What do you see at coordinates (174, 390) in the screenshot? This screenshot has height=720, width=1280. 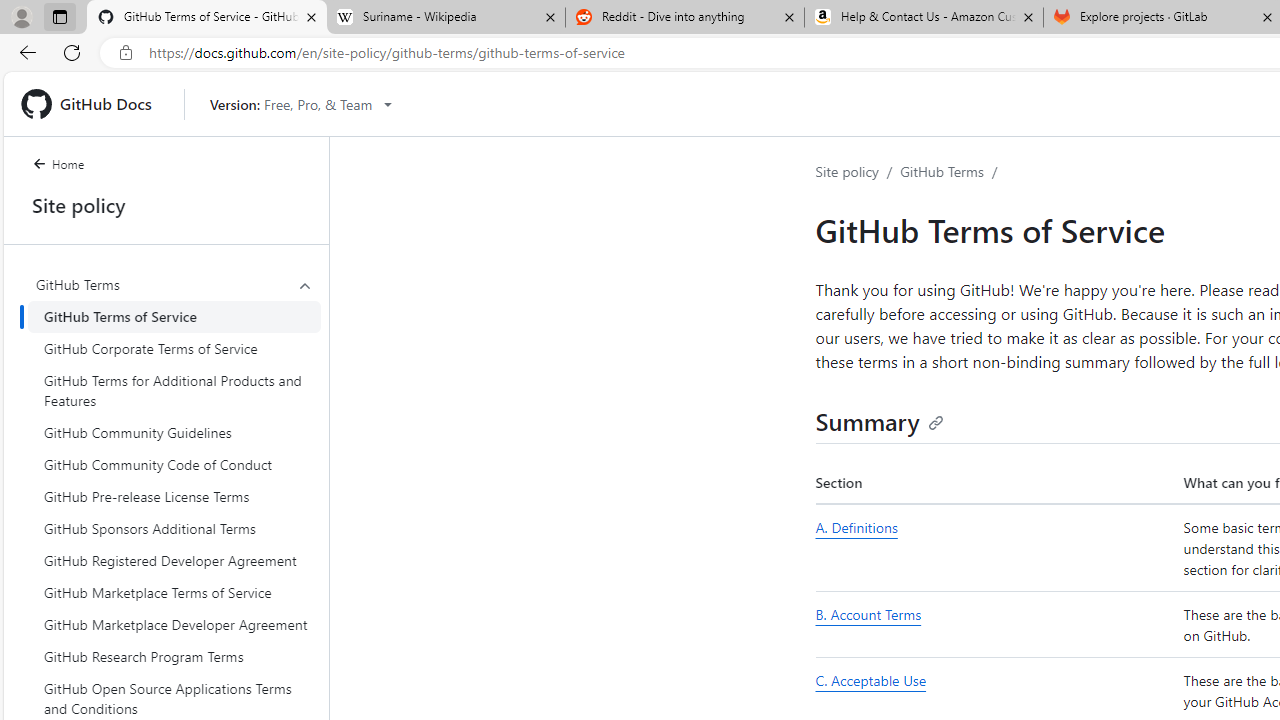 I see `'GitHub Terms for Additional Products and Features'` at bounding box center [174, 390].